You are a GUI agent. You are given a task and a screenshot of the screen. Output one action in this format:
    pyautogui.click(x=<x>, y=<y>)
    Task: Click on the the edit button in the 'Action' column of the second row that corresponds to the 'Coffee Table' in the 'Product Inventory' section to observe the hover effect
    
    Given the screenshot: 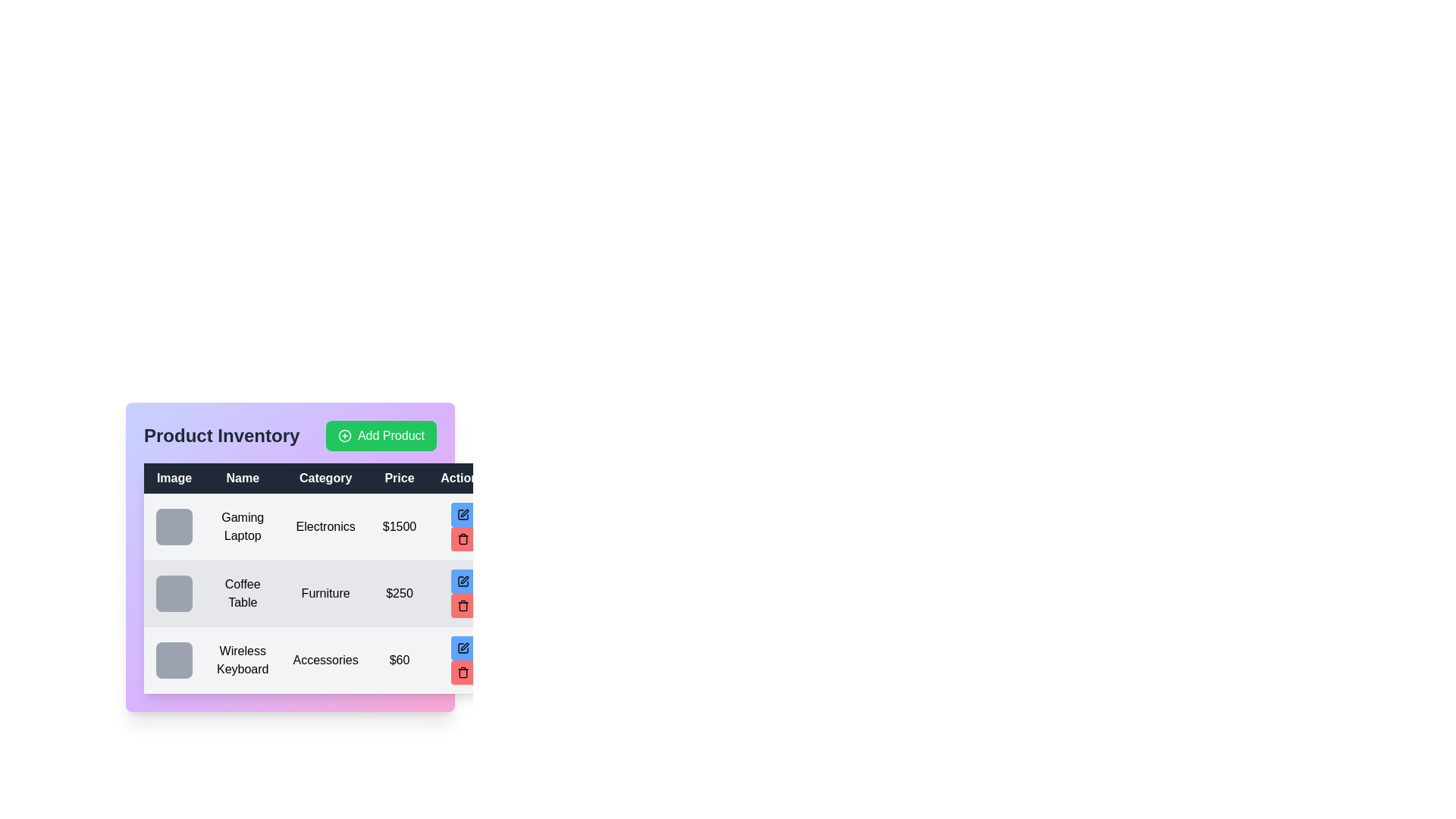 What is the action you would take?
    pyautogui.click(x=462, y=581)
    